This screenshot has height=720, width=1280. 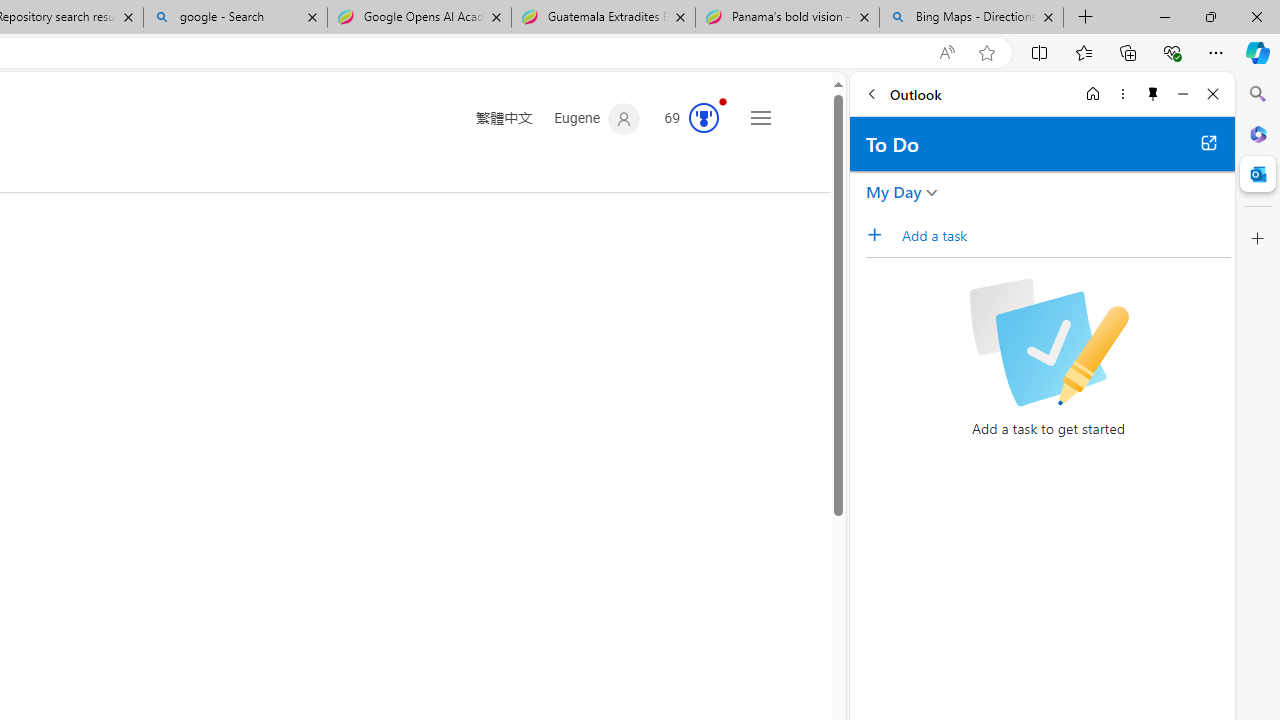 What do you see at coordinates (1212, 93) in the screenshot?
I see `'Close'` at bounding box center [1212, 93].